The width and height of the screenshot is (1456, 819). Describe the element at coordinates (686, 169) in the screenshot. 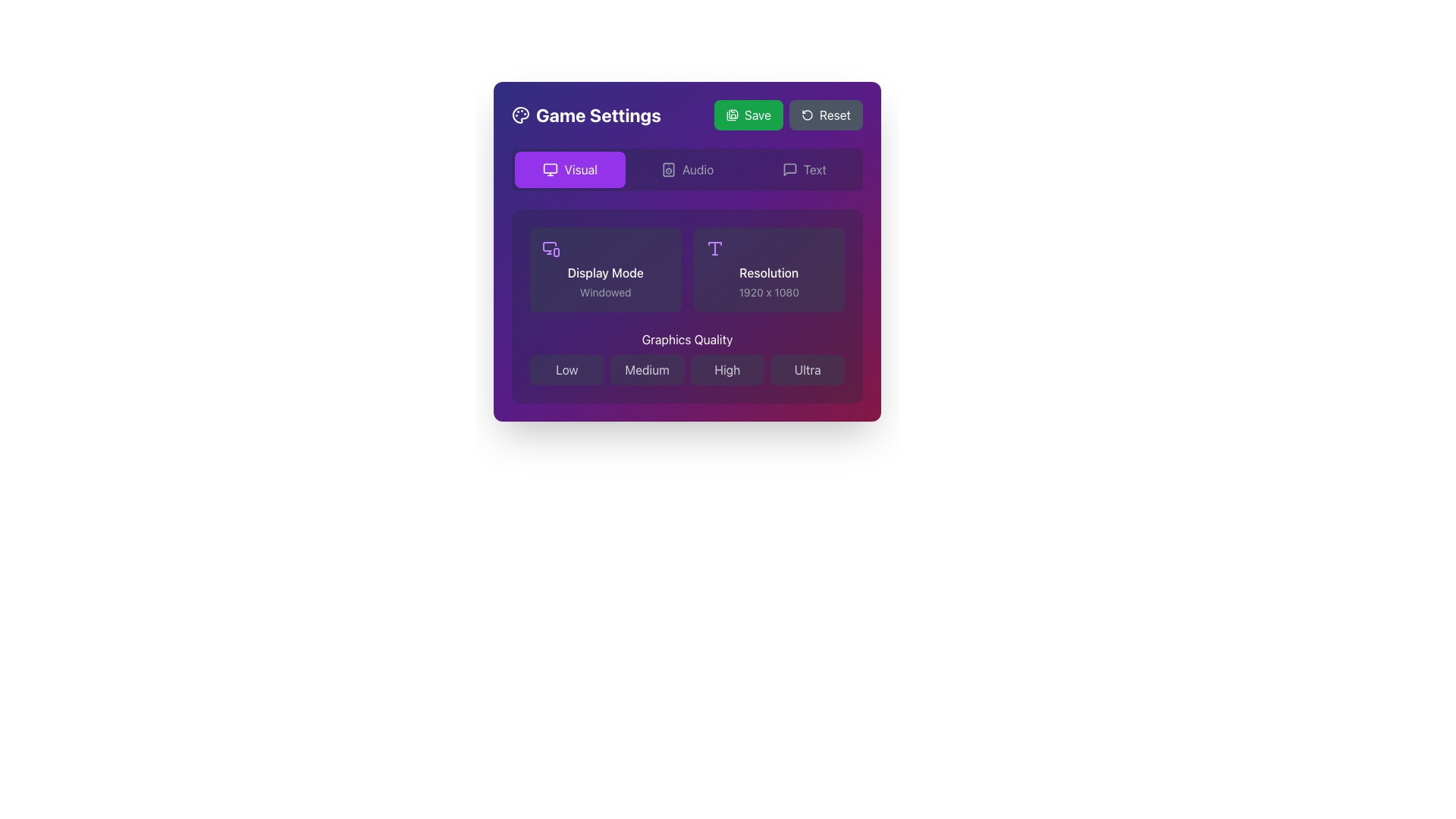

I see `the 'Audio' button located under the 'Game Settings' header` at that location.